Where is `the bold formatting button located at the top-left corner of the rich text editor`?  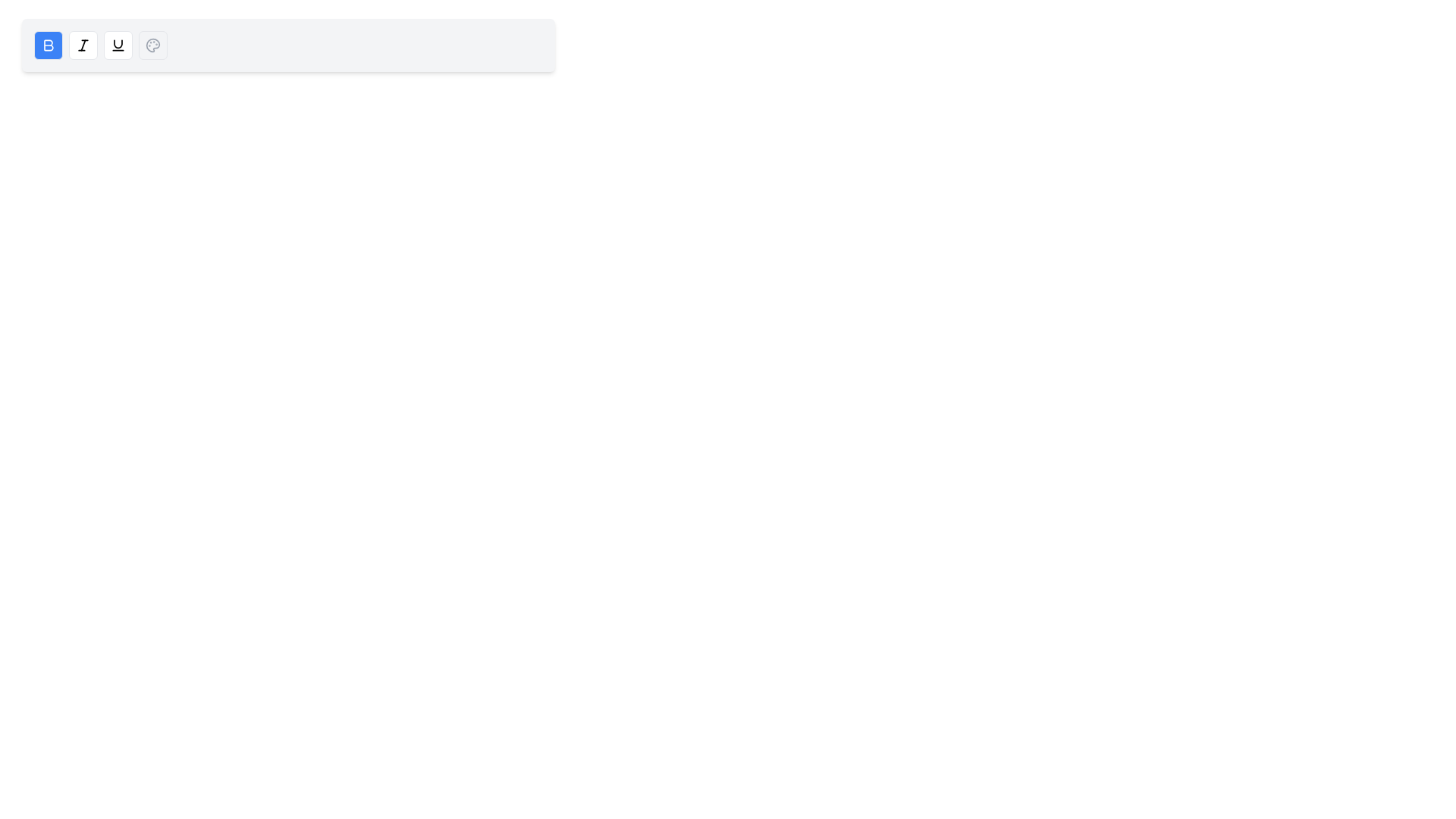 the bold formatting button located at the top-left corner of the rich text editor is located at coordinates (48, 45).